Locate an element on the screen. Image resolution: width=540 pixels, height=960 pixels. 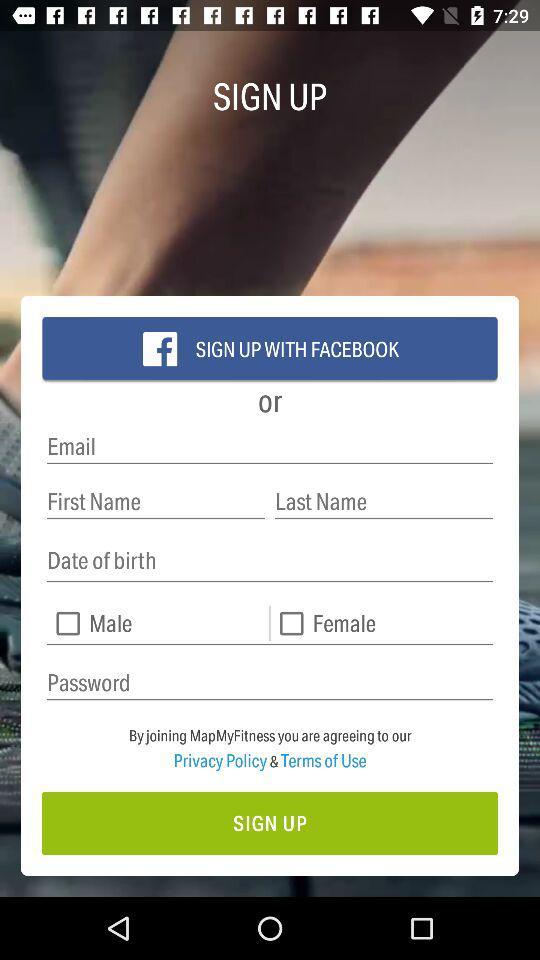
your last name is located at coordinates (383, 500).